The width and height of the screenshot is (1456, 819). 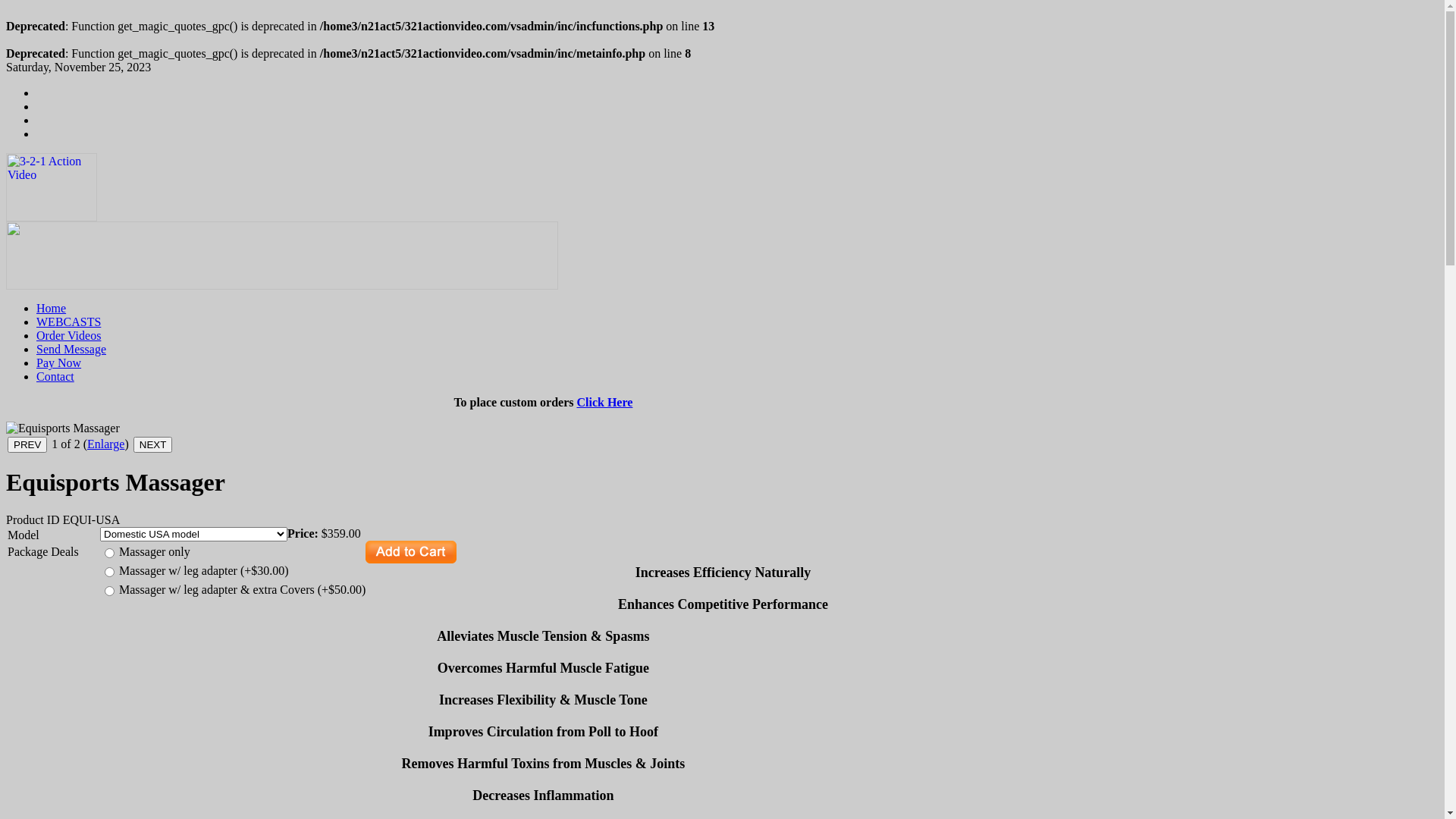 I want to click on 'Send Message', so click(x=71, y=349).